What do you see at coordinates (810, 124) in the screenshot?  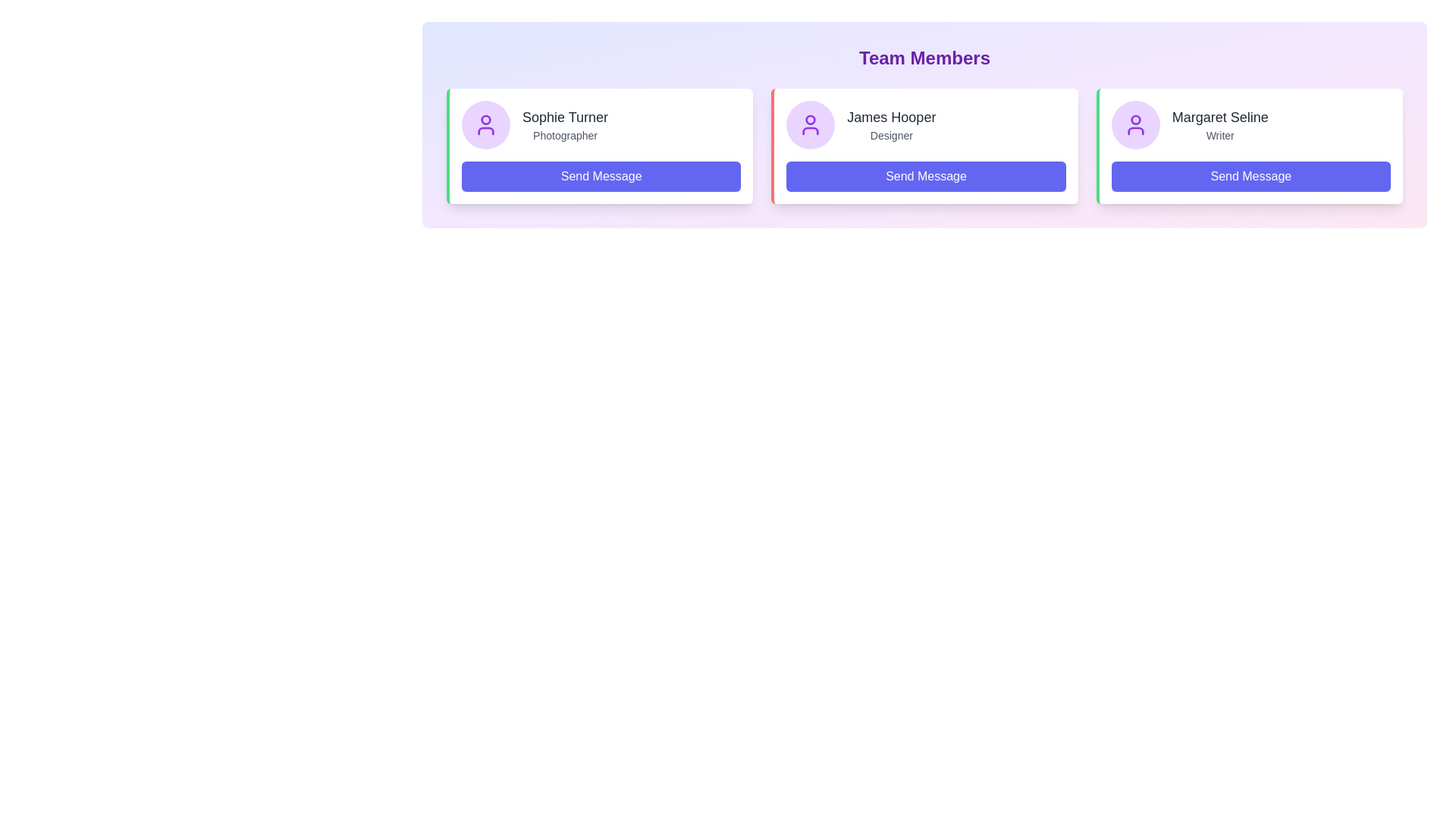 I see `the circular profile picture placeholder icon of 'James Hooper' in the 'Team Members' section` at bounding box center [810, 124].